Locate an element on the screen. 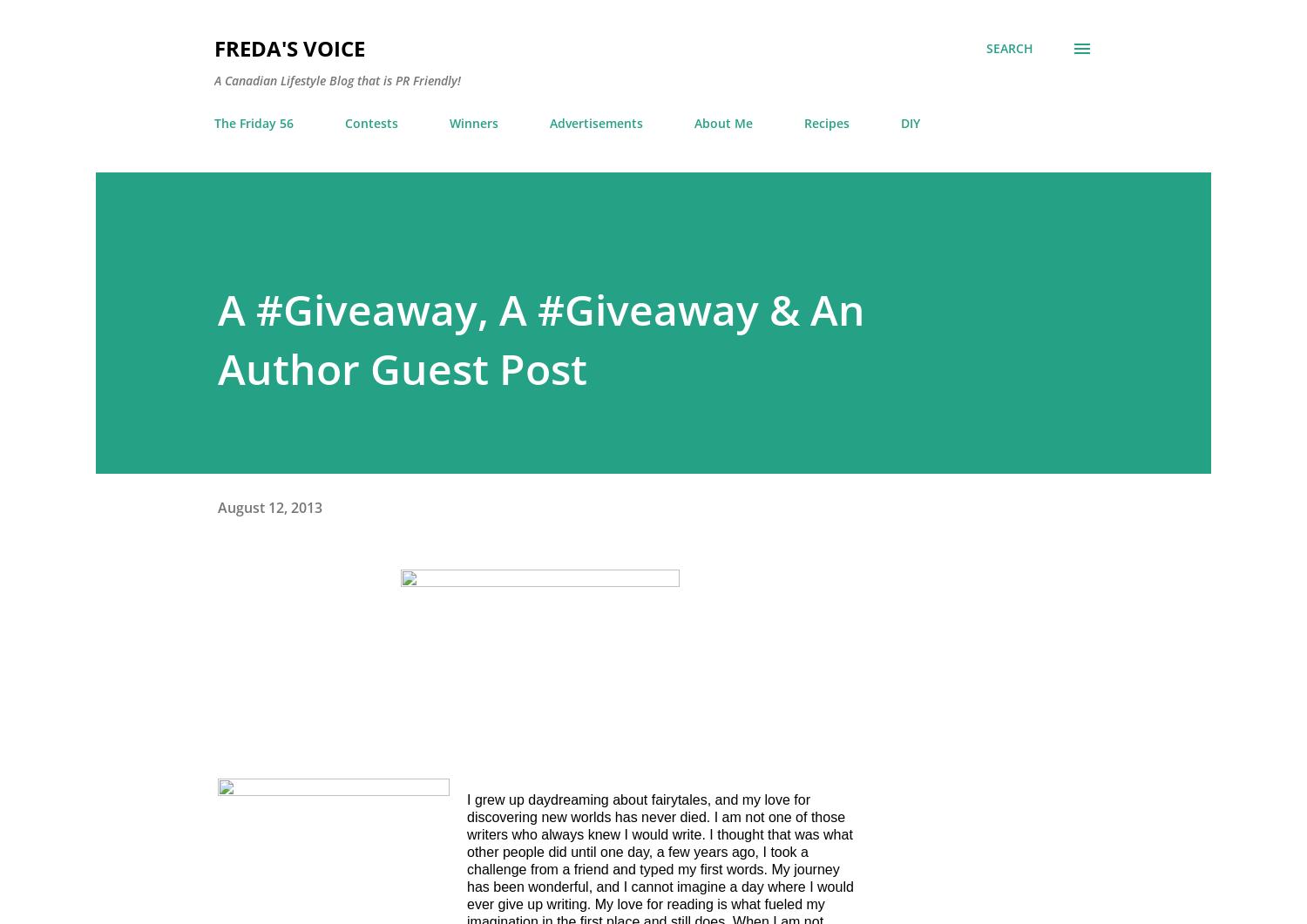 This screenshot has height=924, width=1307. 'Freda's Voice' is located at coordinates (288, 48).